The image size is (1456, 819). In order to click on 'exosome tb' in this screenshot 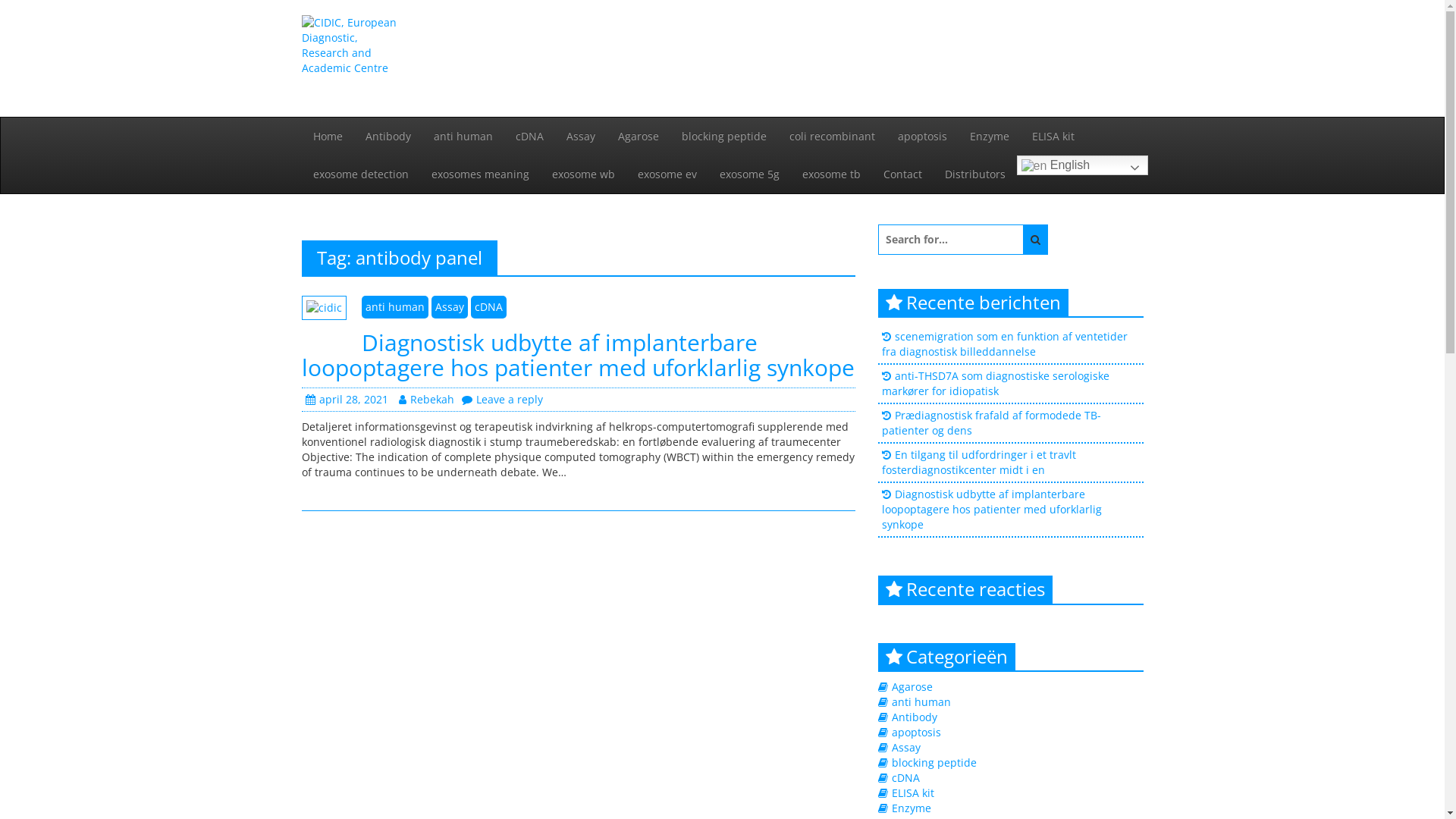, I will do `click(830, 174)`.